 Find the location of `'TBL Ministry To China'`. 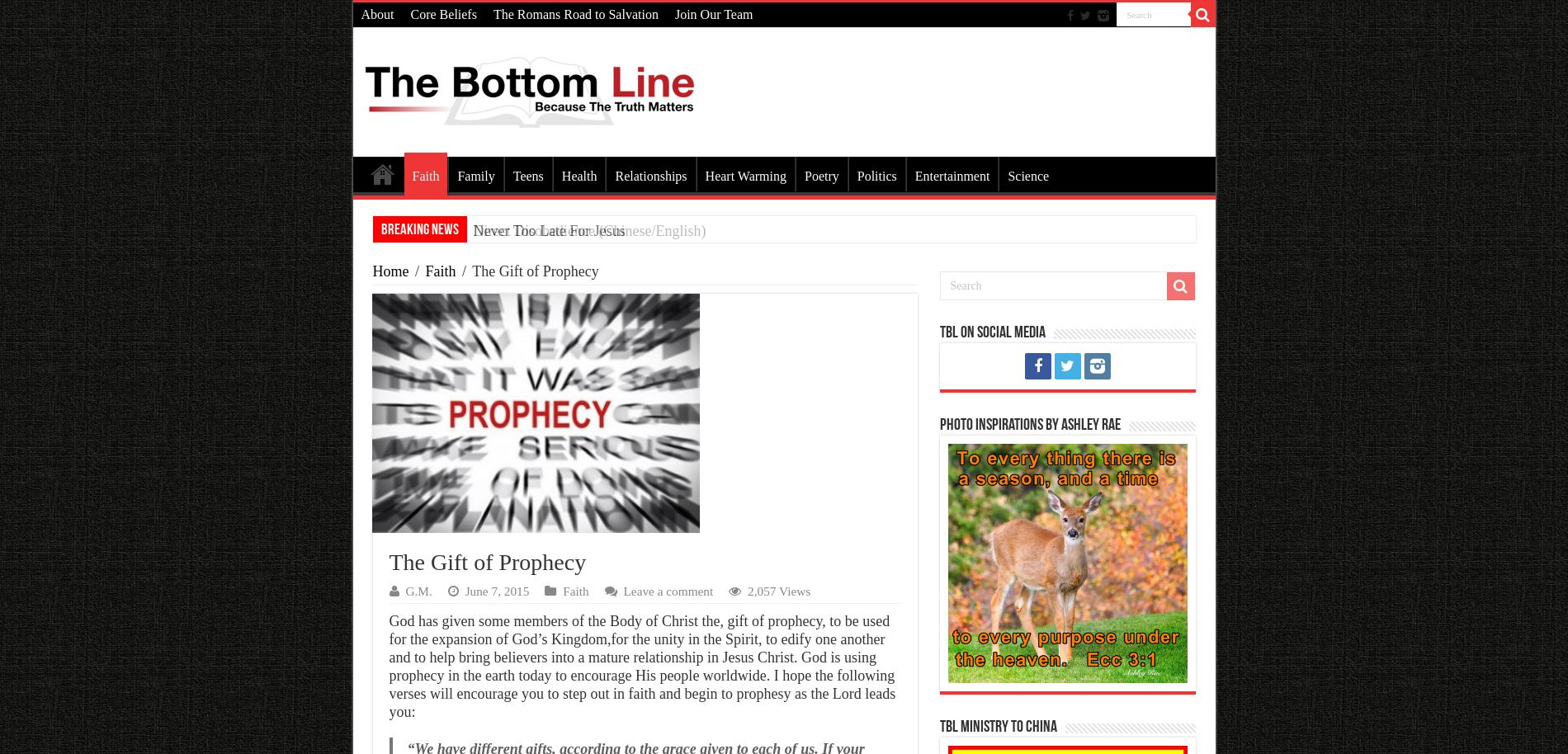

'TBL Ministry To China' is located at coordinates (996, 727).